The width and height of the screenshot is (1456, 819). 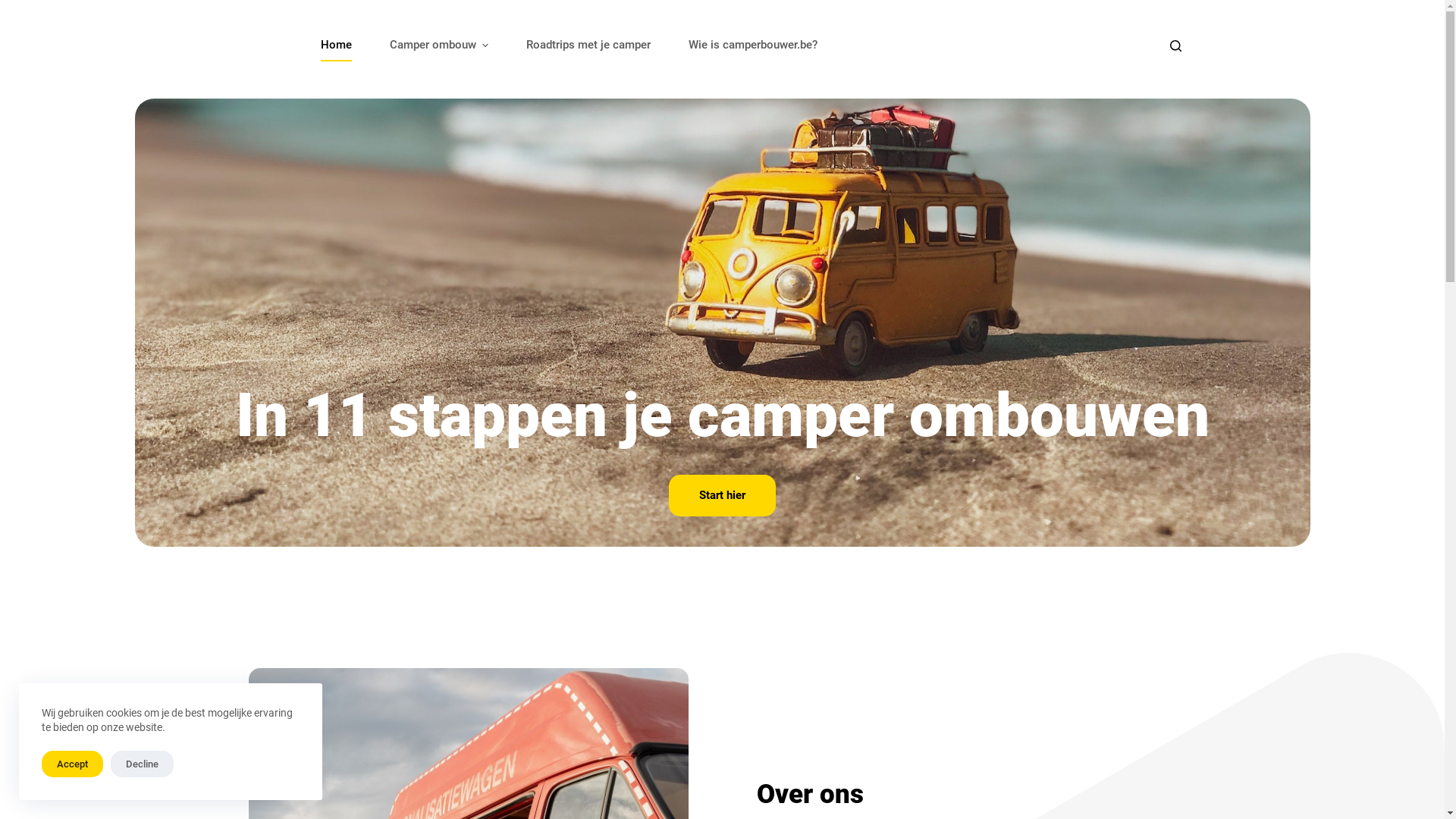 What do you see at coordinates (668, 495) in the screenshot?
I see `'Start hier'` at bounding box center [668, 495].